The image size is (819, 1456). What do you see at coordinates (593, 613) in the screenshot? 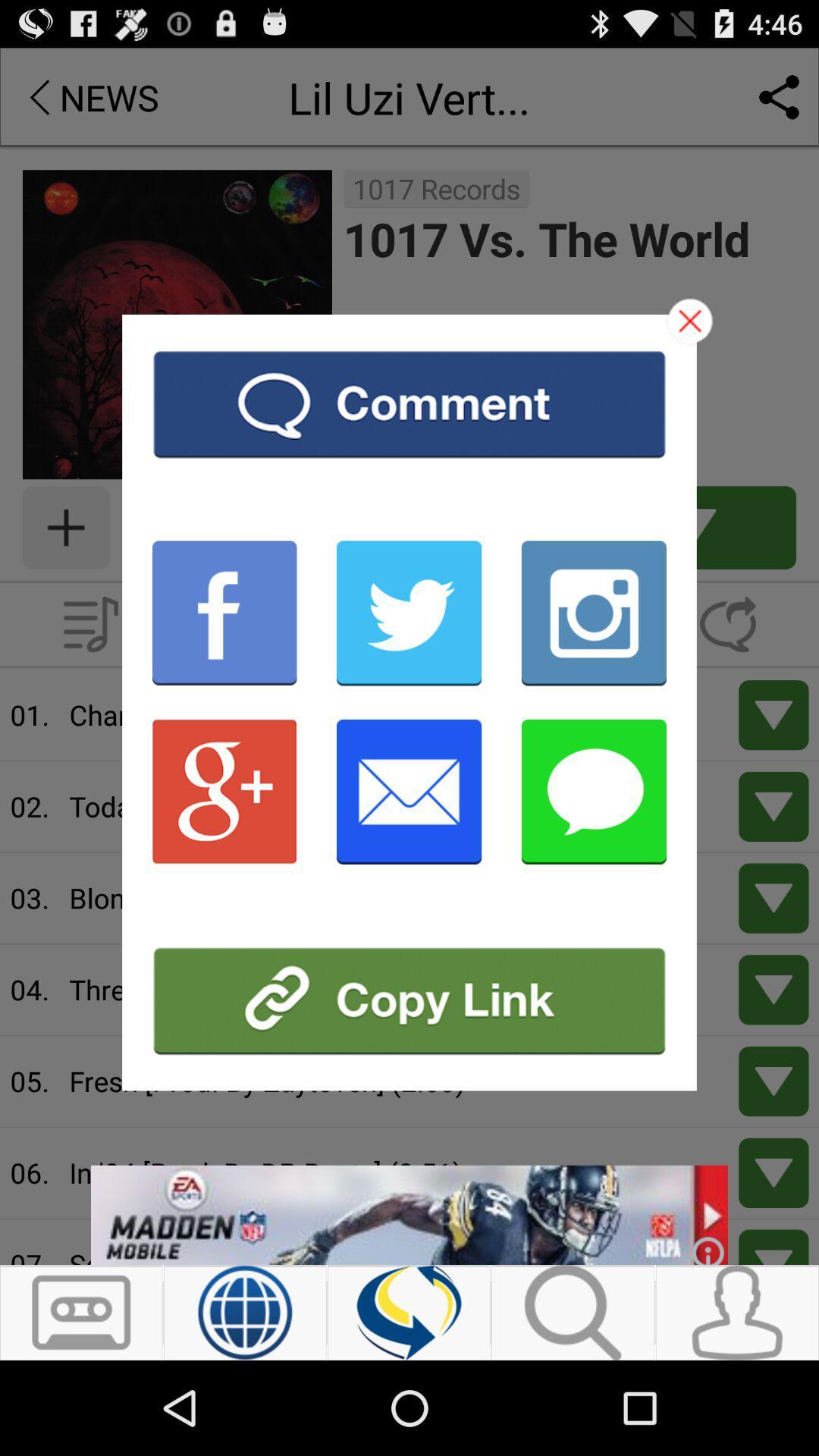
I see `camera` at bounding box center [593, 613].